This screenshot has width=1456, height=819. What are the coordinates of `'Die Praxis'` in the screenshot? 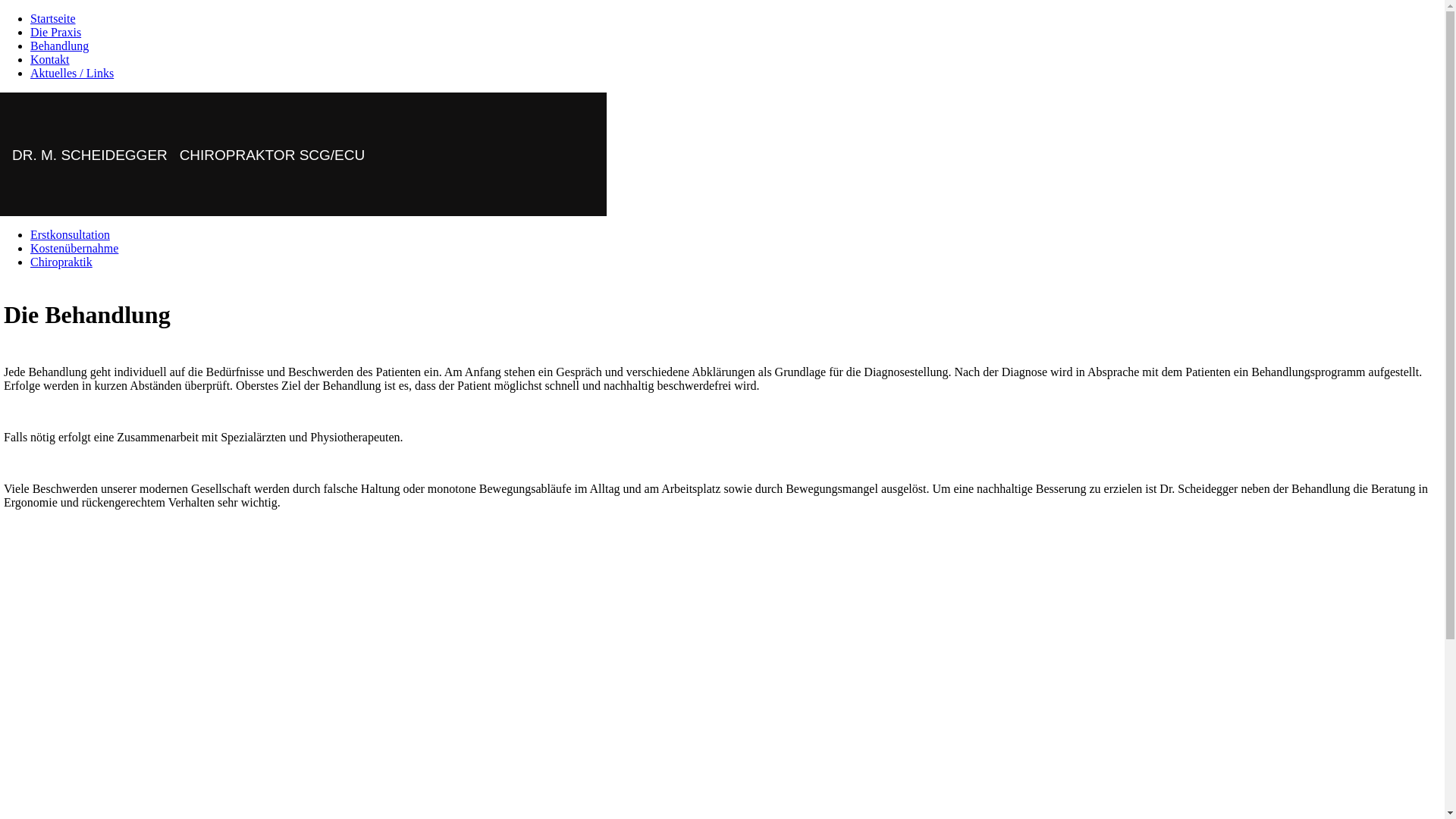 It's located at (55, 32).